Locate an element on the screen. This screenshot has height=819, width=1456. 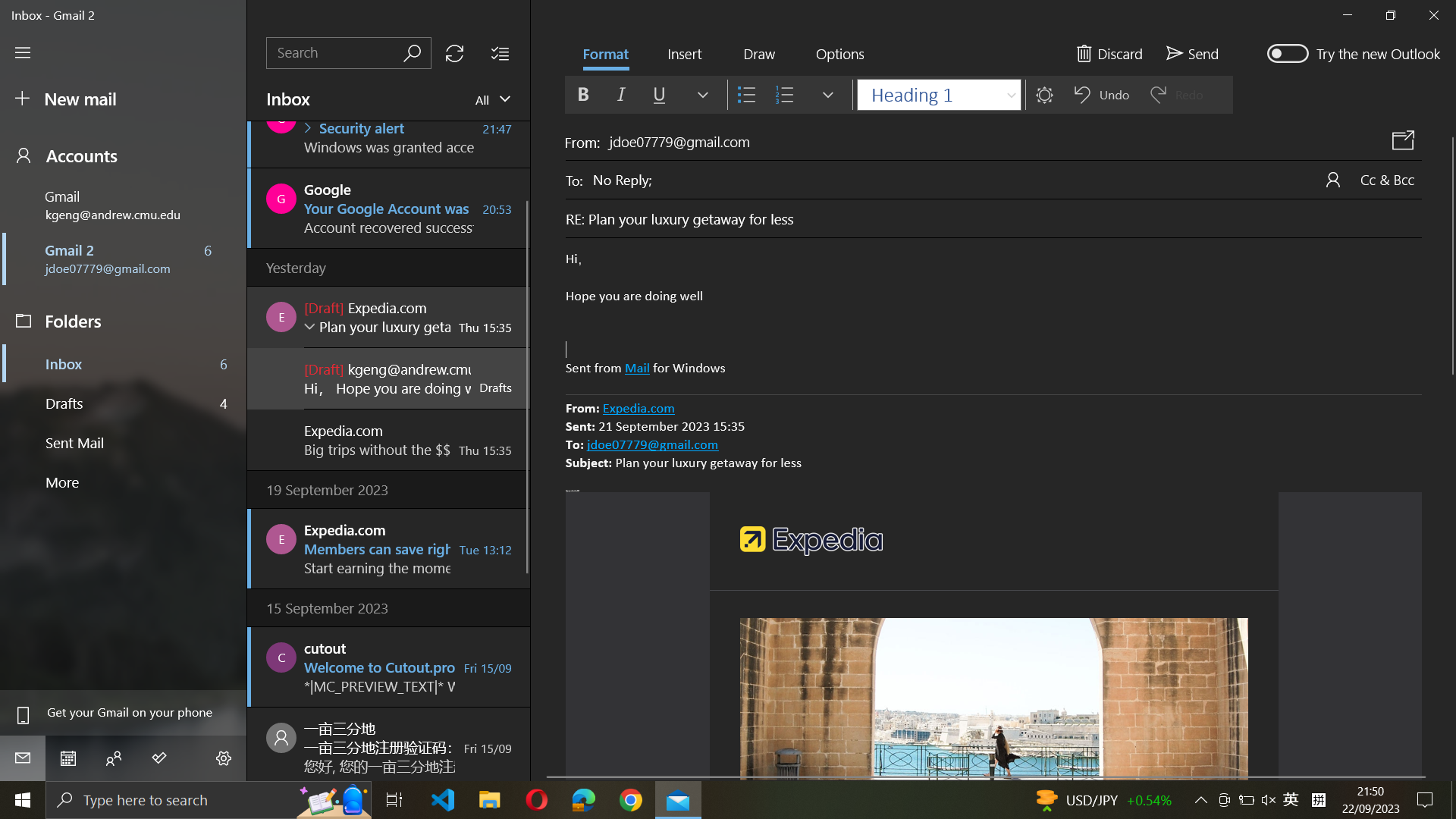
Display all incoming emails is located at coordinates (494, 99).